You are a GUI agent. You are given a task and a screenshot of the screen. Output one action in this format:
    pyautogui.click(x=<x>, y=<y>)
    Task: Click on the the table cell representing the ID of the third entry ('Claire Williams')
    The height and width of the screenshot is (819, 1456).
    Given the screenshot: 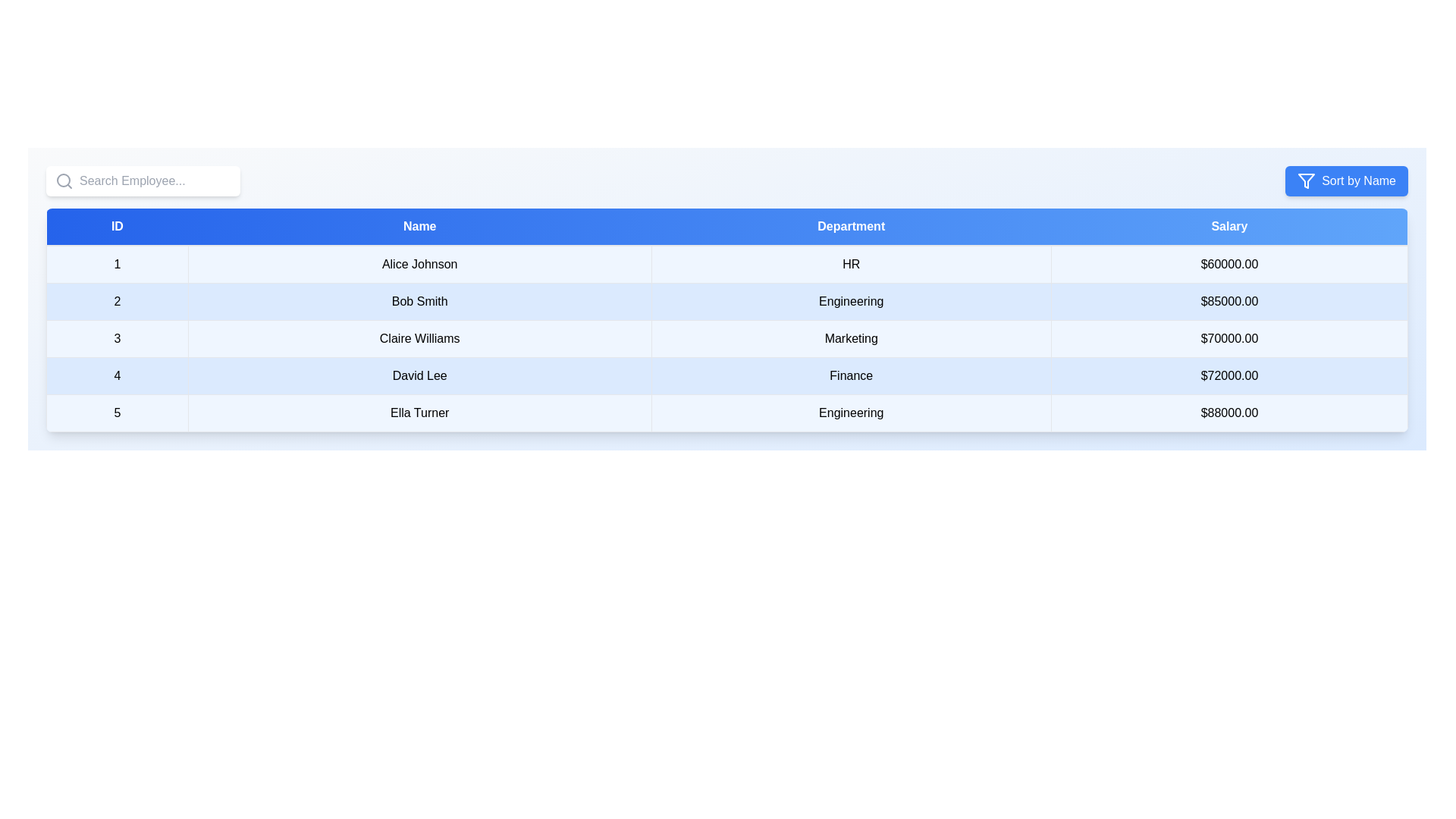 What is the action you would take?
    pyautogui.click(x=116, y=338)
    